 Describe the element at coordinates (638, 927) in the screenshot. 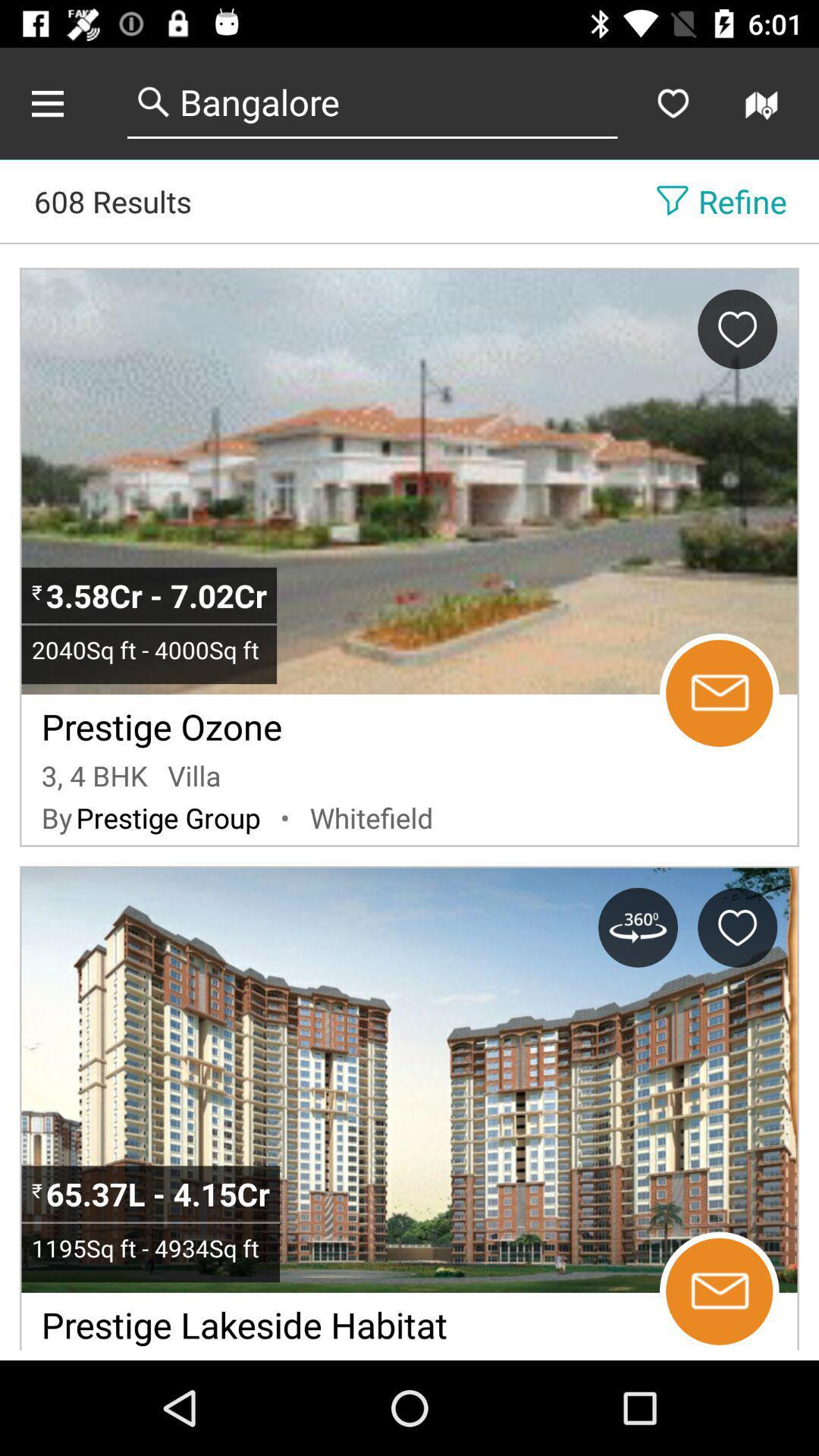

I see `get the 360 degree view of the property` at that location.